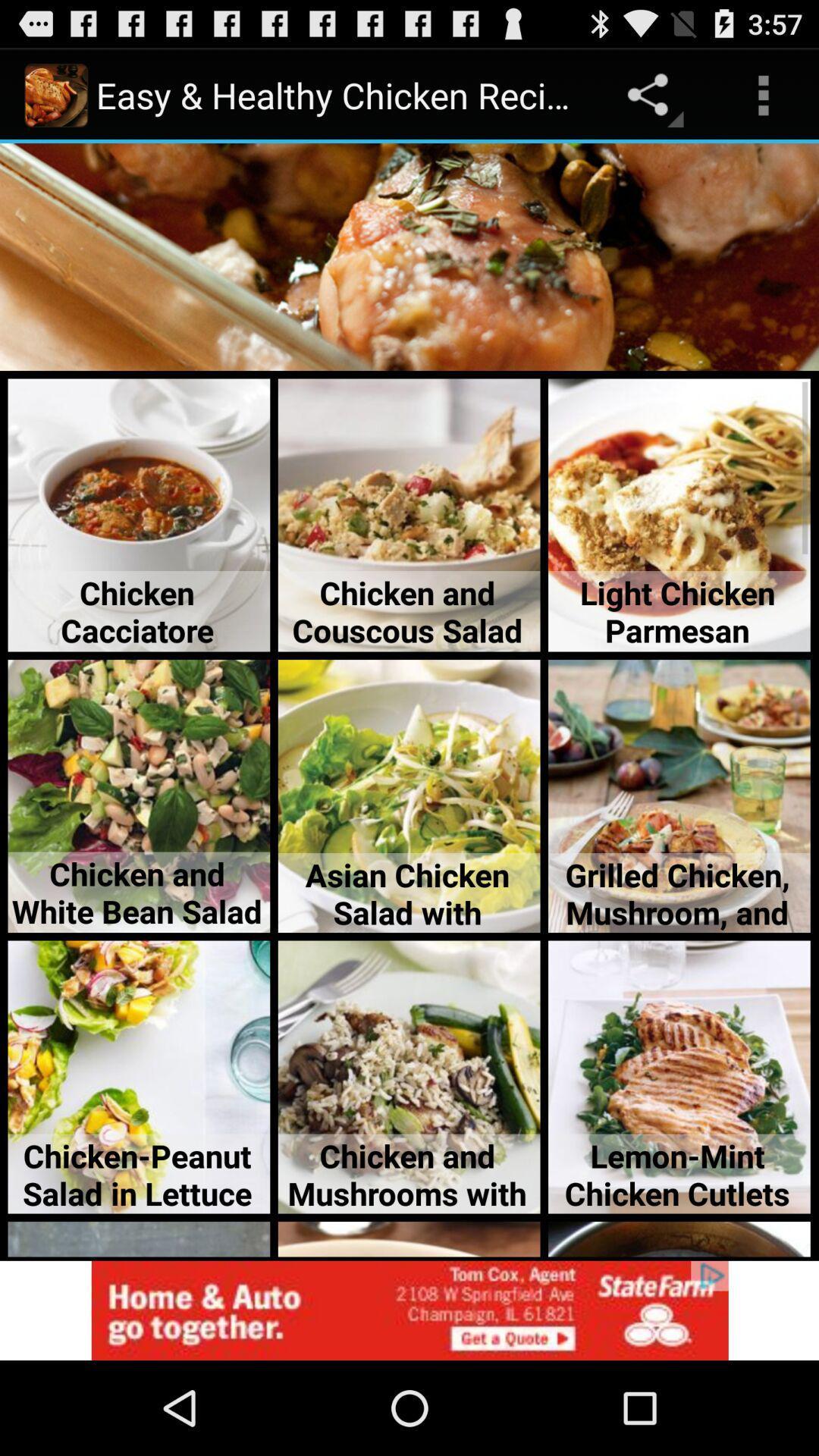 This screenshot has height=1456, width=819. Describe the element at coordinates (678, 516) in the screenshot. I see `light chicken parmesan` at that location.